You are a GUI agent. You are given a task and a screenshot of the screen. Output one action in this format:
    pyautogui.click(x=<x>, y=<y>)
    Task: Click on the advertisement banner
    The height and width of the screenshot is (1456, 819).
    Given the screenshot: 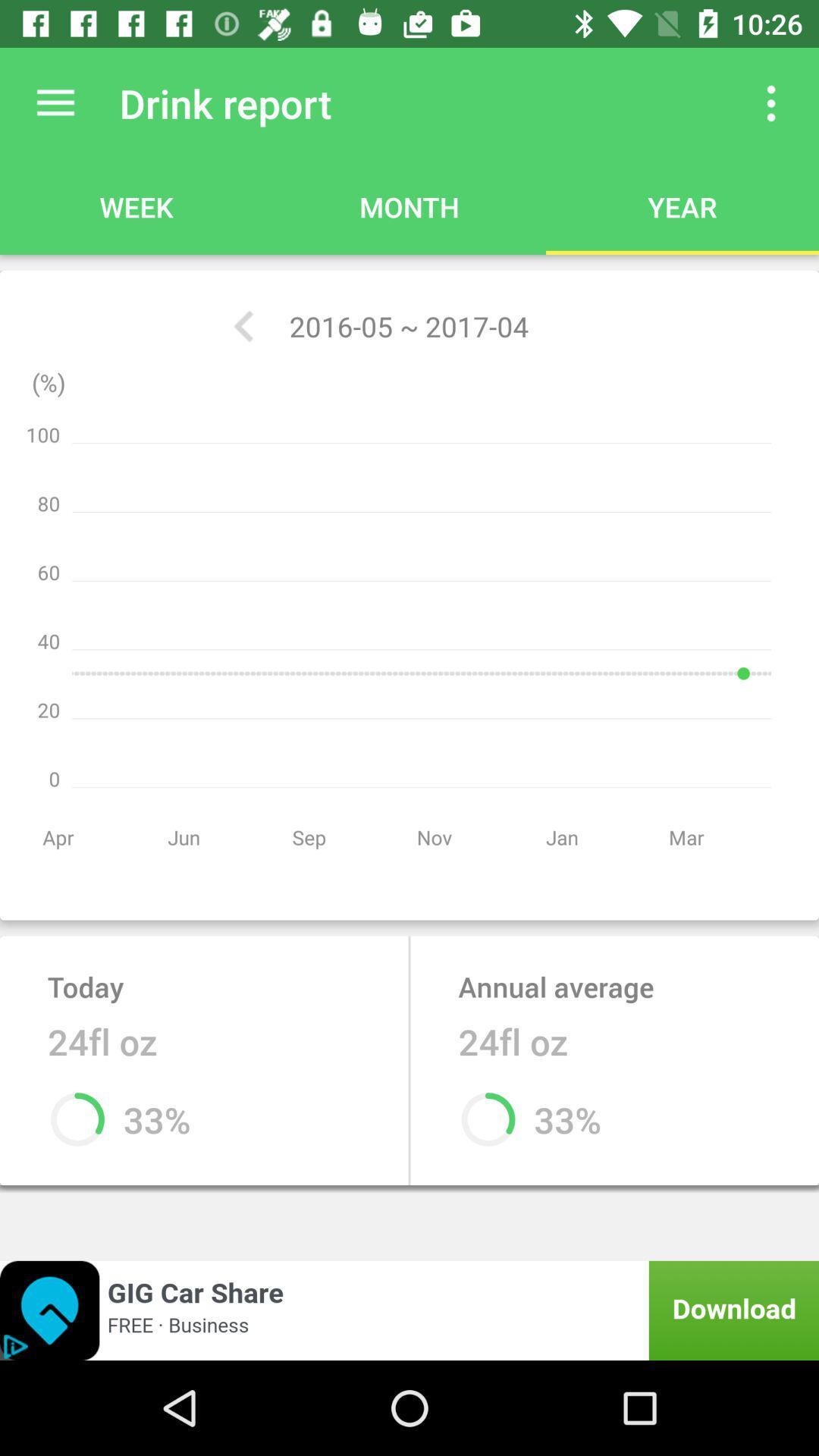 What is the action you would take?
    pyautogui.click(x=409, y=1310)
    